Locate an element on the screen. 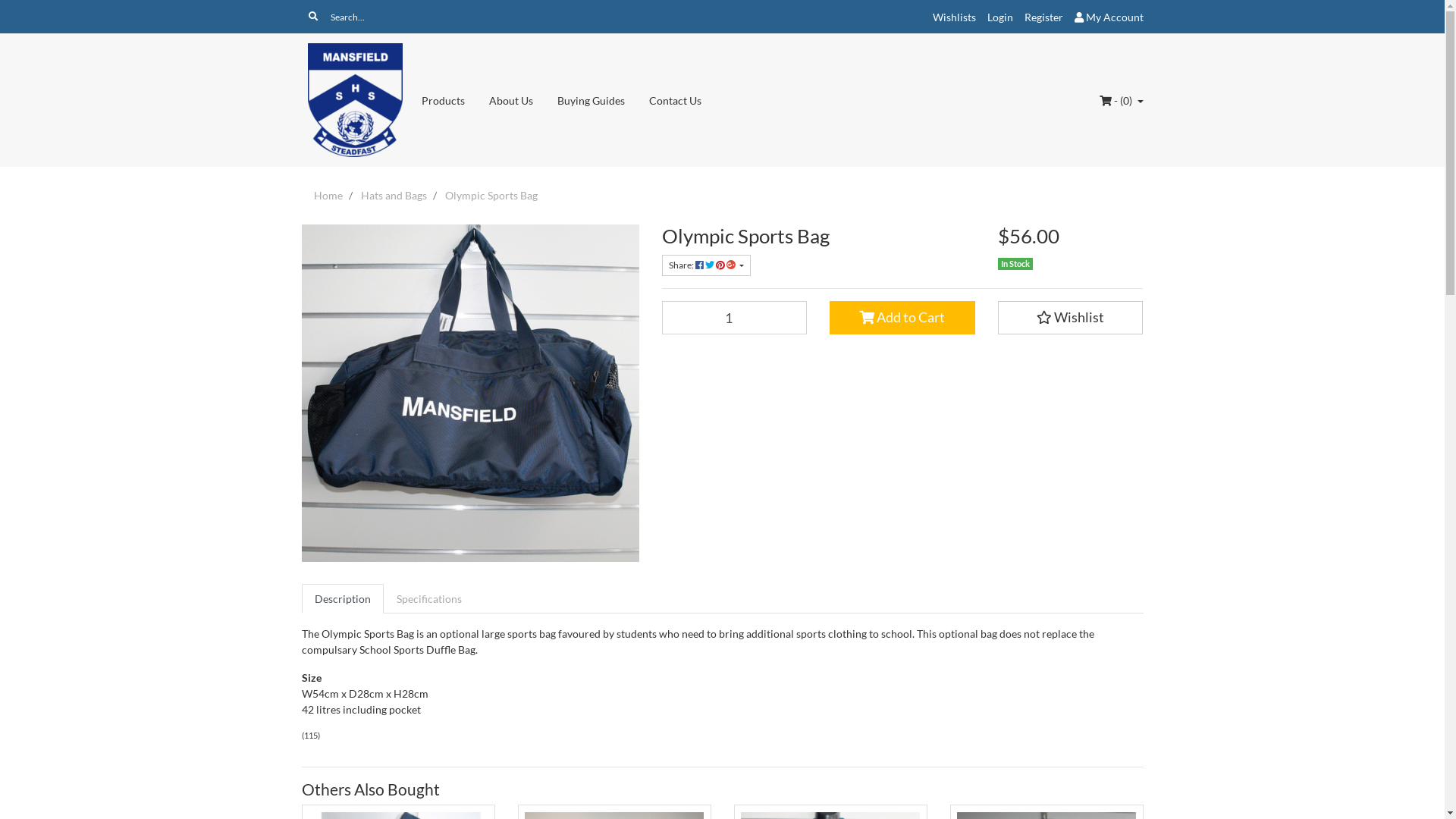 The image size is (1456, 819). 'Buying Guides' is located at coordinates (590, 100).